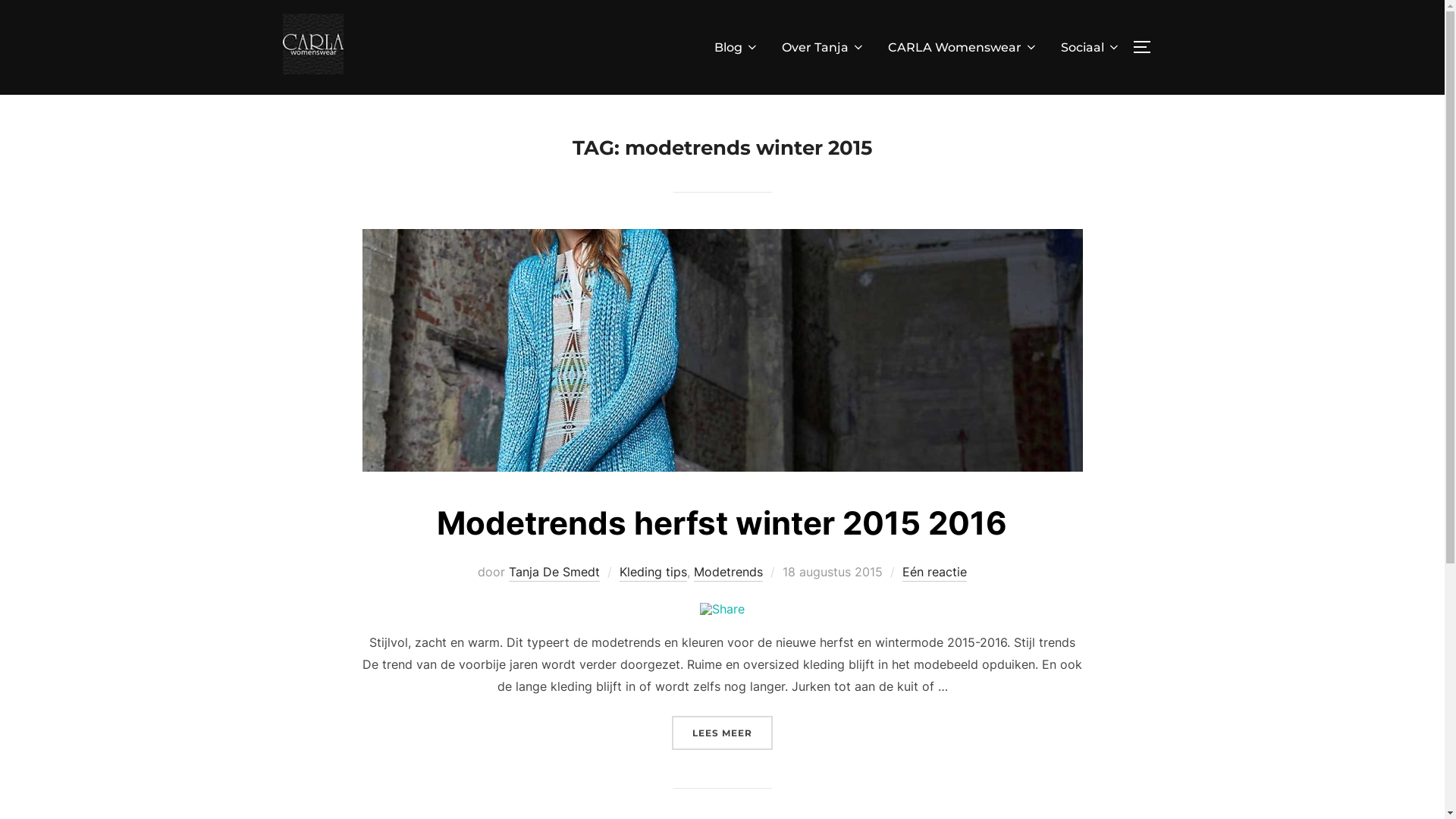 The width and height of the screenshot is (1456, 819). Describe the element at coordinates (1147, 45) in the screenshot. I see `'TOGGLE ZIJBALK & NAVIGATIE'` at that location.